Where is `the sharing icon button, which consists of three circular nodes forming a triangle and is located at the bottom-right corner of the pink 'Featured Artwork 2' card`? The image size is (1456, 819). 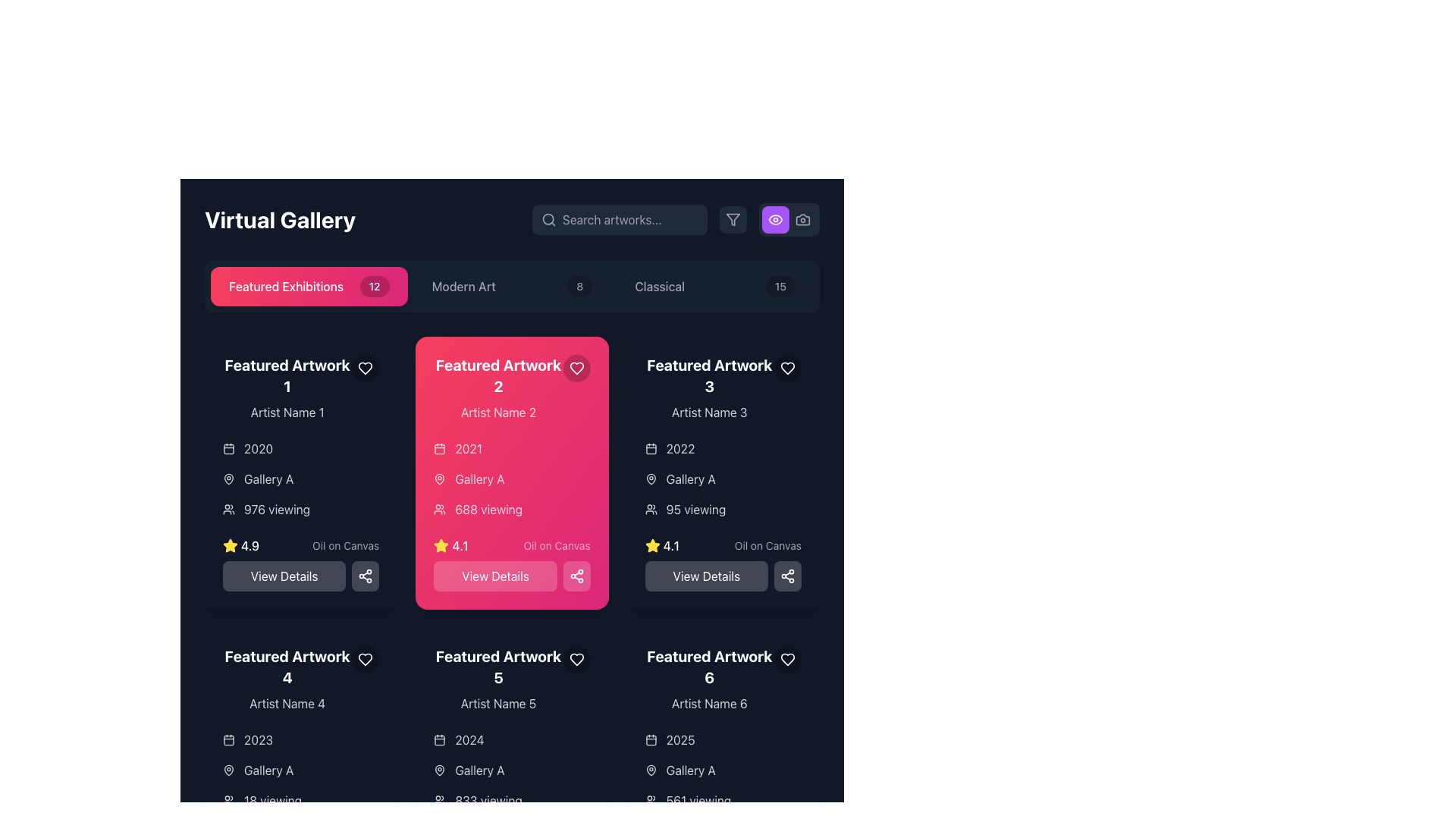 the sharing icon button, which consists of three circular nodes forming a triangle and is located at the bottom-right corner of the pink 'Featured Artwork 2' card is located at coordinates (576, 576).